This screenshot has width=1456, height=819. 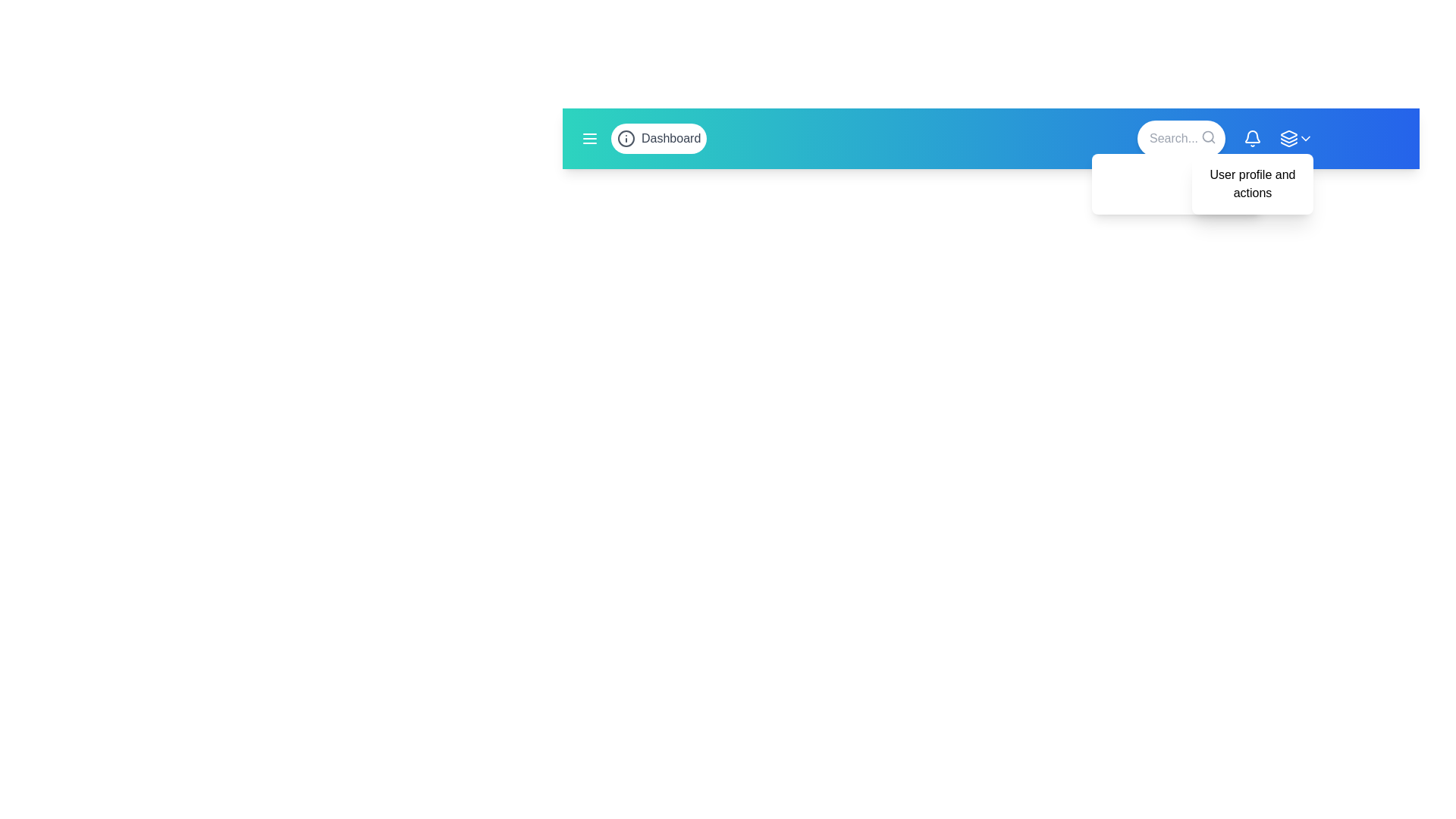 I want to click on the layered squares icon with a blue background located on the navigation bar, adjacent to the downward triangle icon, so click(x=1295, y=138).